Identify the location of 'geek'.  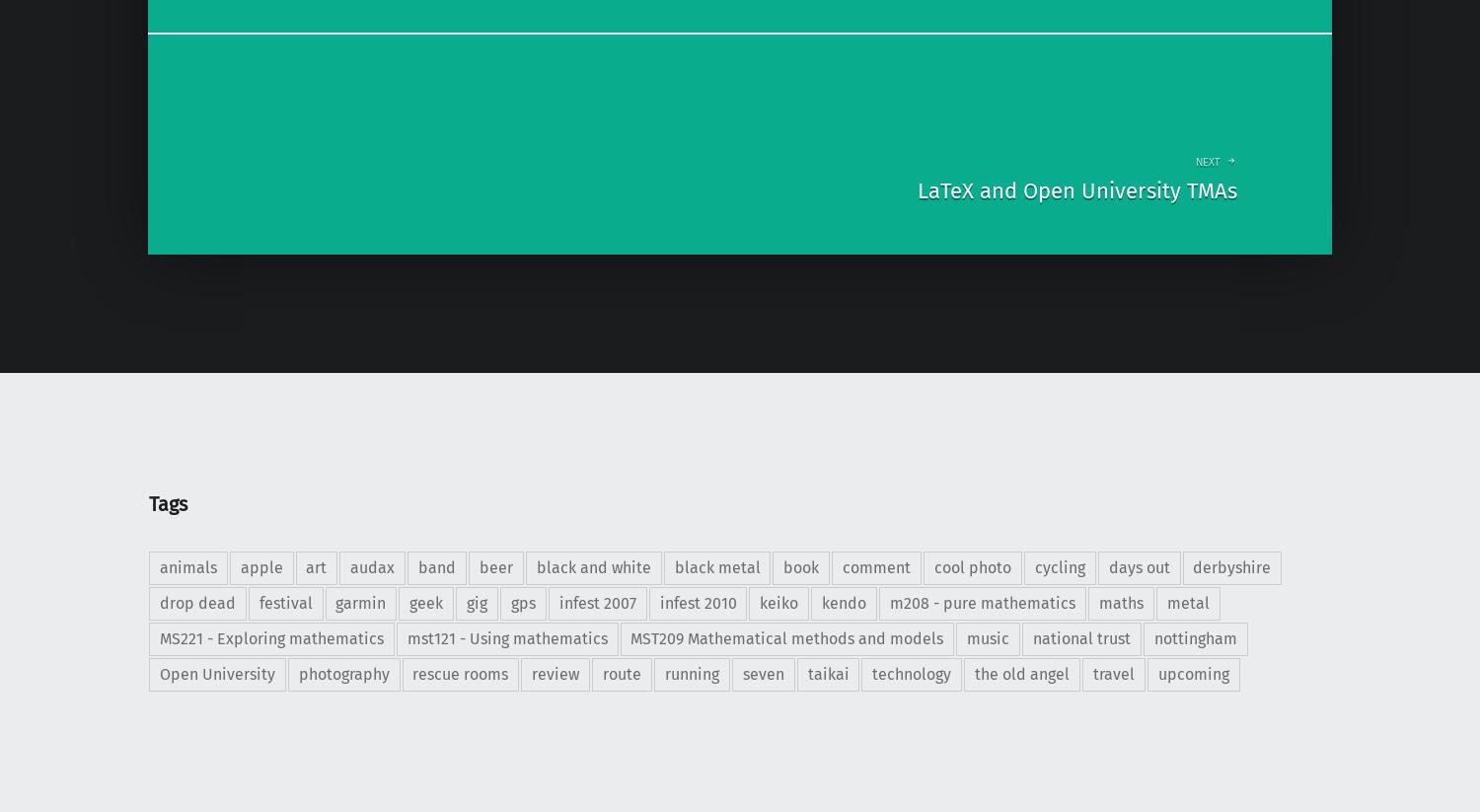
(425, 602).